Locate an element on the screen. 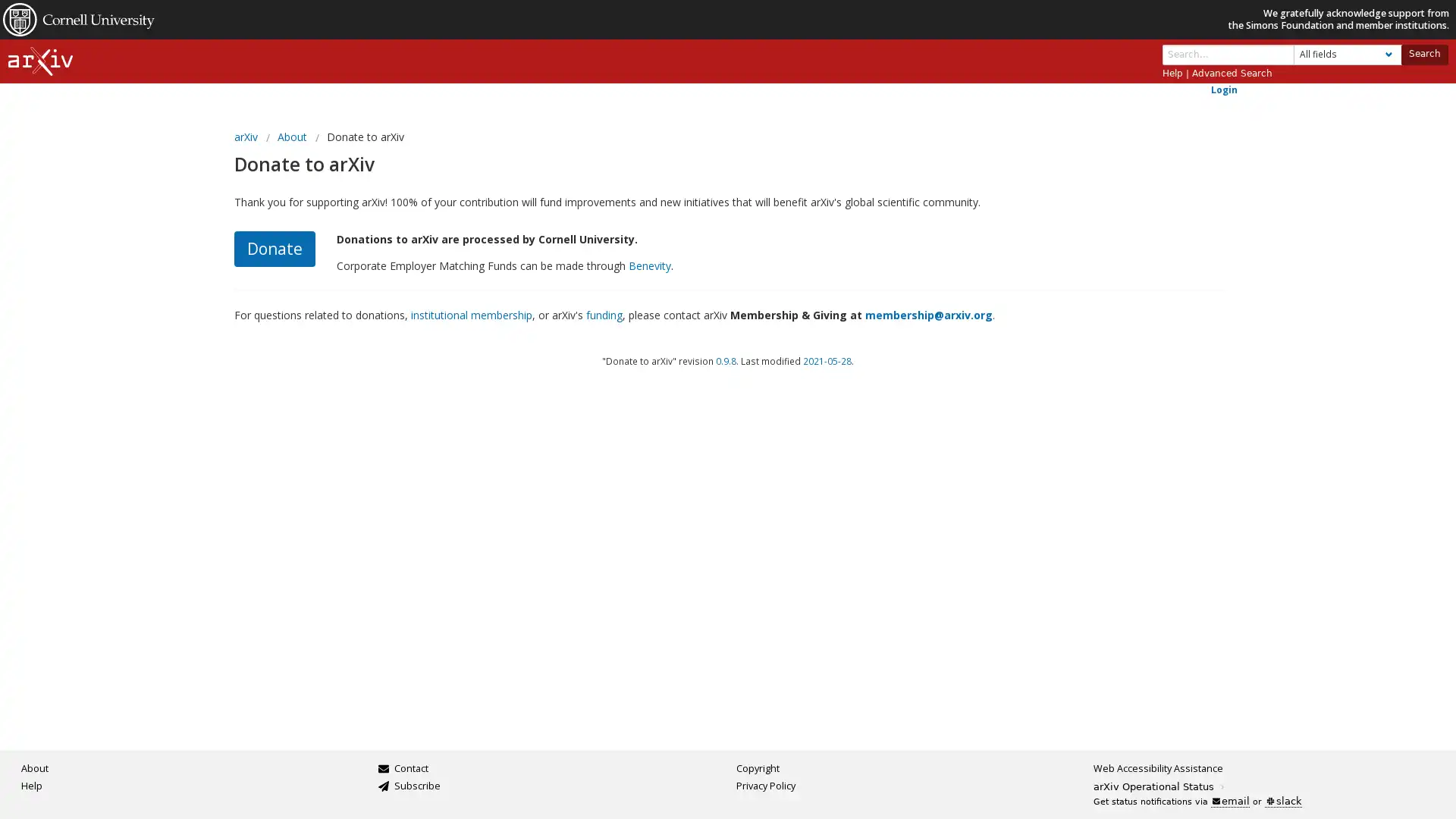 The width and height of the screenshot is (1456, 819). Search is located at coordinates (1423, 53).